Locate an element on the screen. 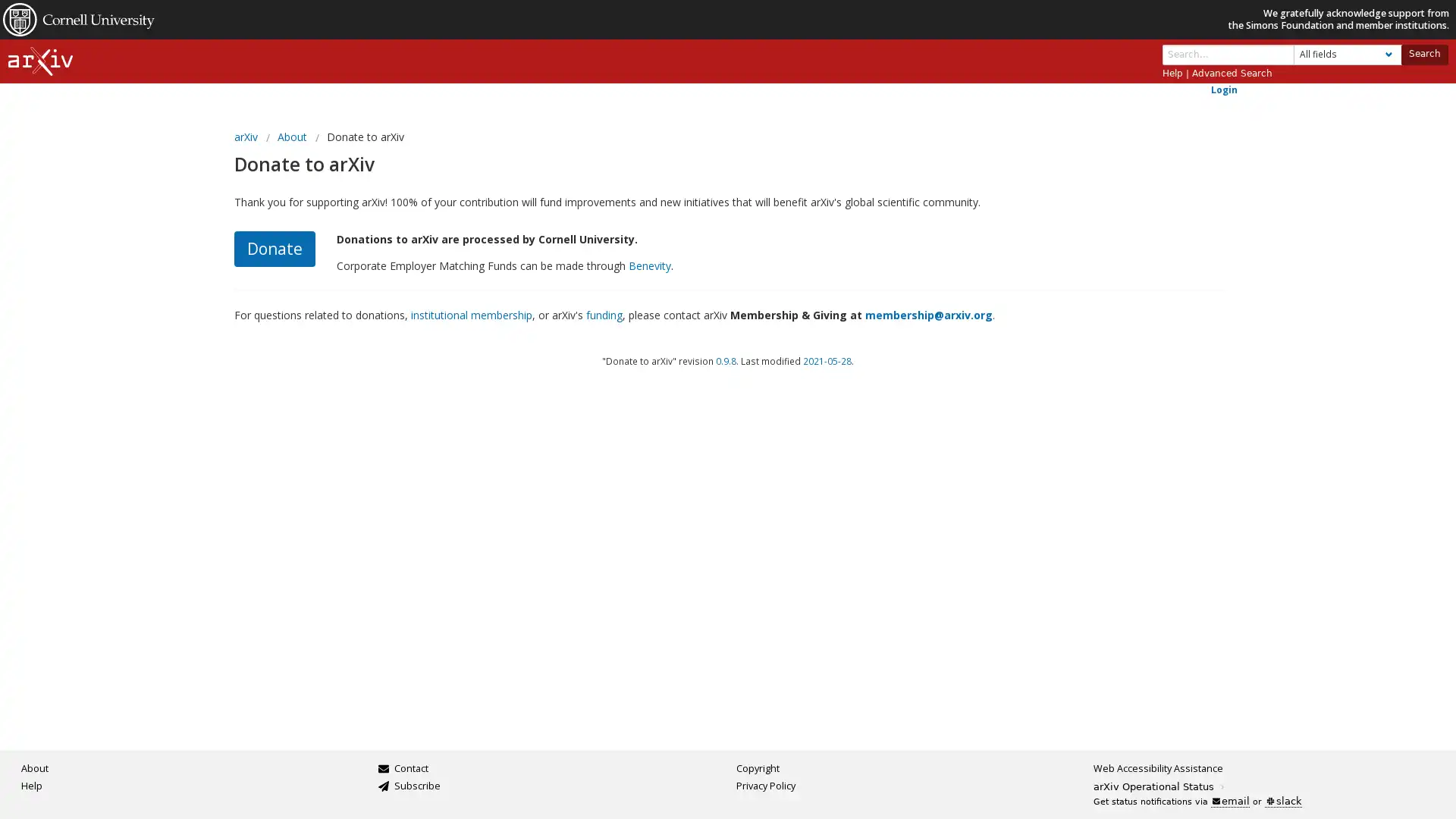 The width and height of the screenshot is (1456, 819). Search is located at coordinates (1423, 53).